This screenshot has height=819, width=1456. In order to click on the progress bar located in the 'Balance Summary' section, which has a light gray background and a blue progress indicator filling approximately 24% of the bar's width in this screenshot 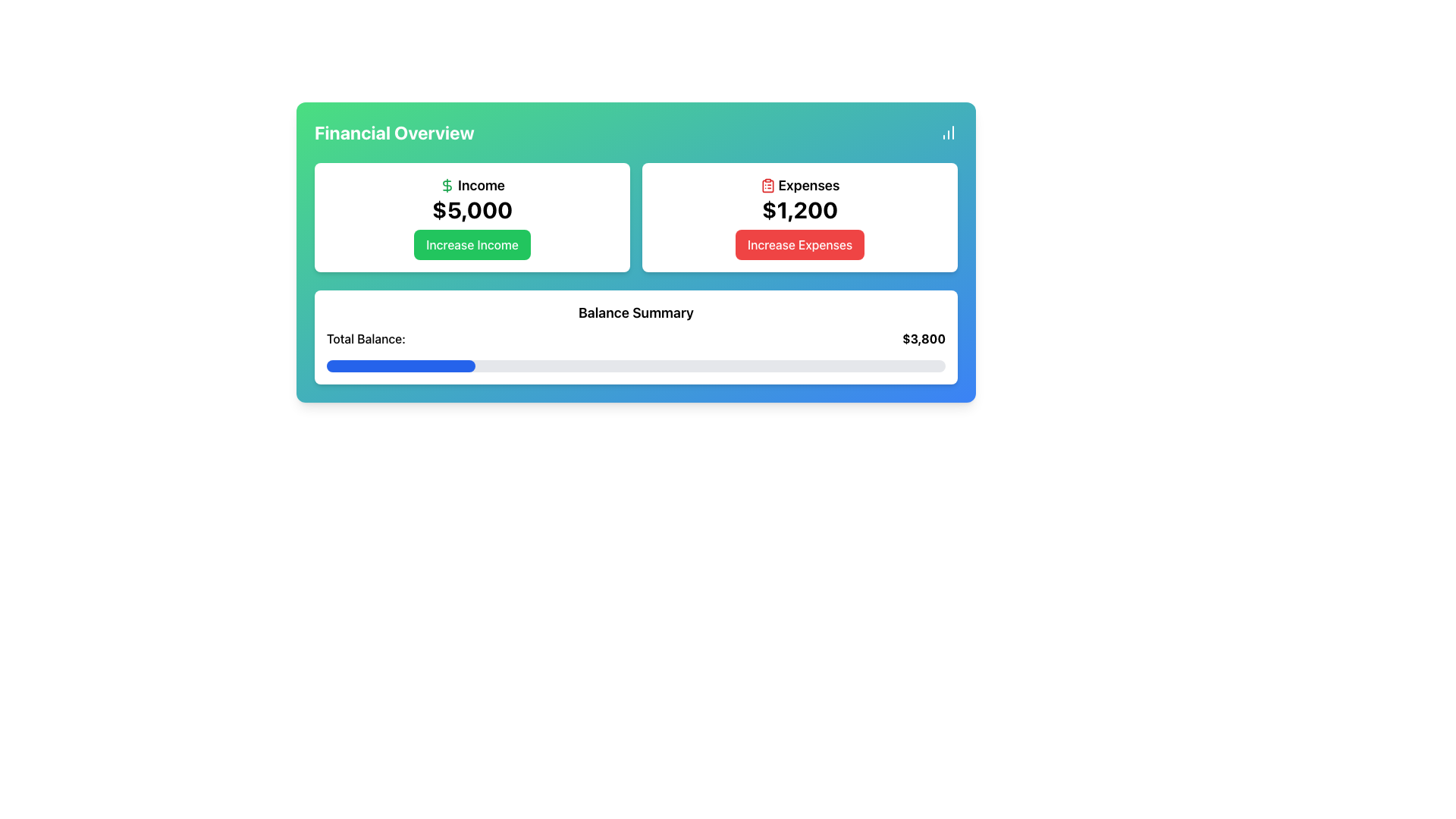, I will do `click(636, 366)`.